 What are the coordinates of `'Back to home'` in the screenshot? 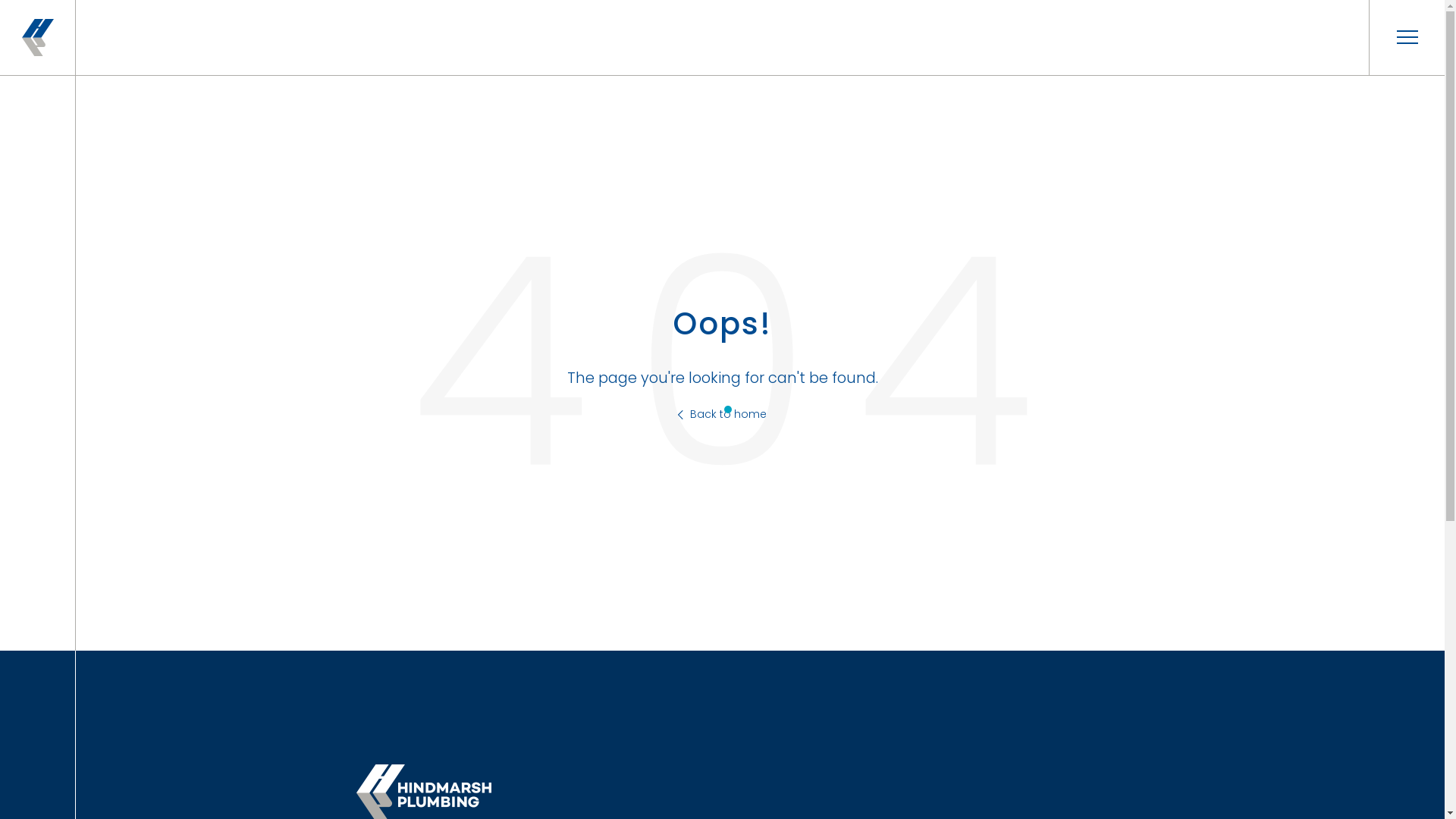 It's located at (676, 414).